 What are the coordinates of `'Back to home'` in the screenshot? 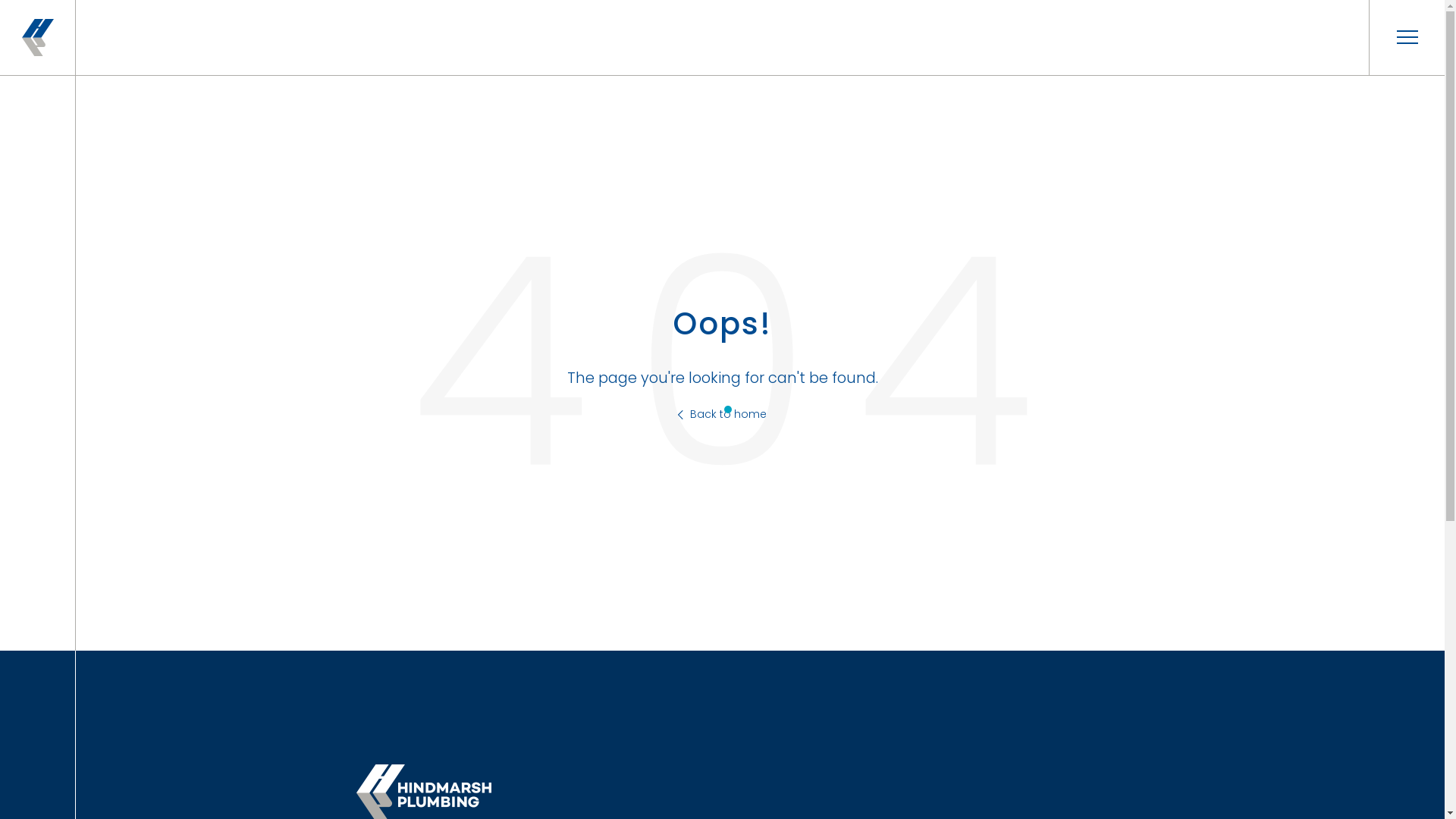 It's located at (676, 414).